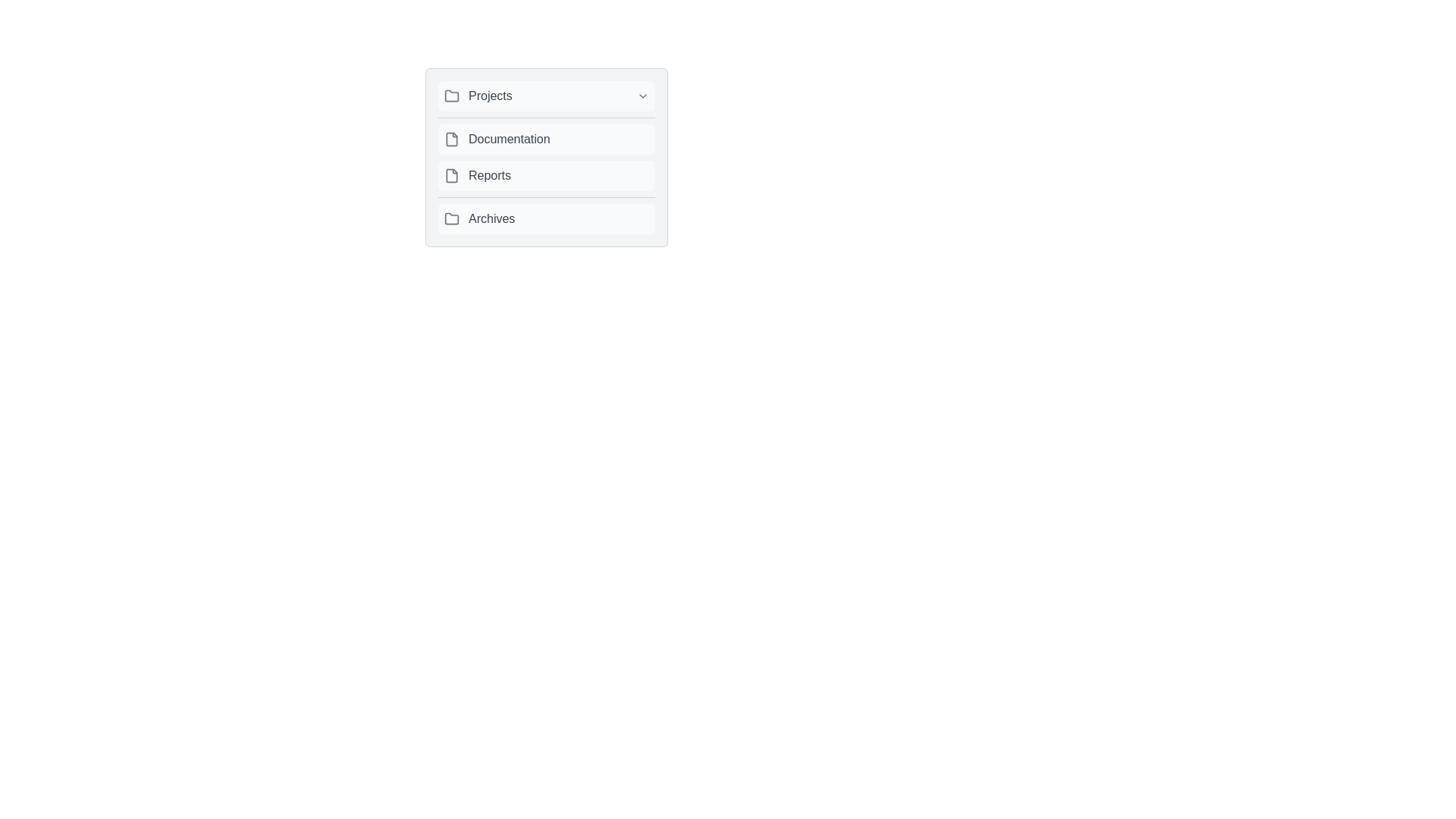  I want to click on the red document icon with a folded corner located, so click(450, 140).